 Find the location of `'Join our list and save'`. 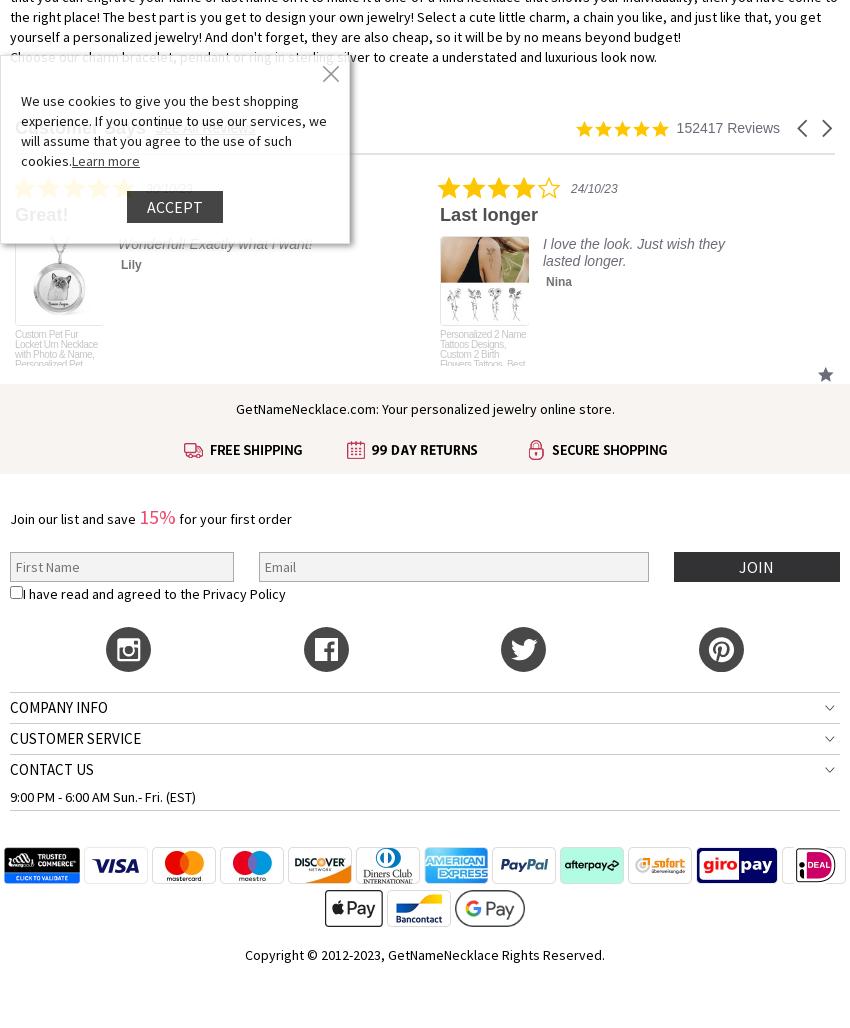

'Join our list and save' is located at coordinates (74, 518).